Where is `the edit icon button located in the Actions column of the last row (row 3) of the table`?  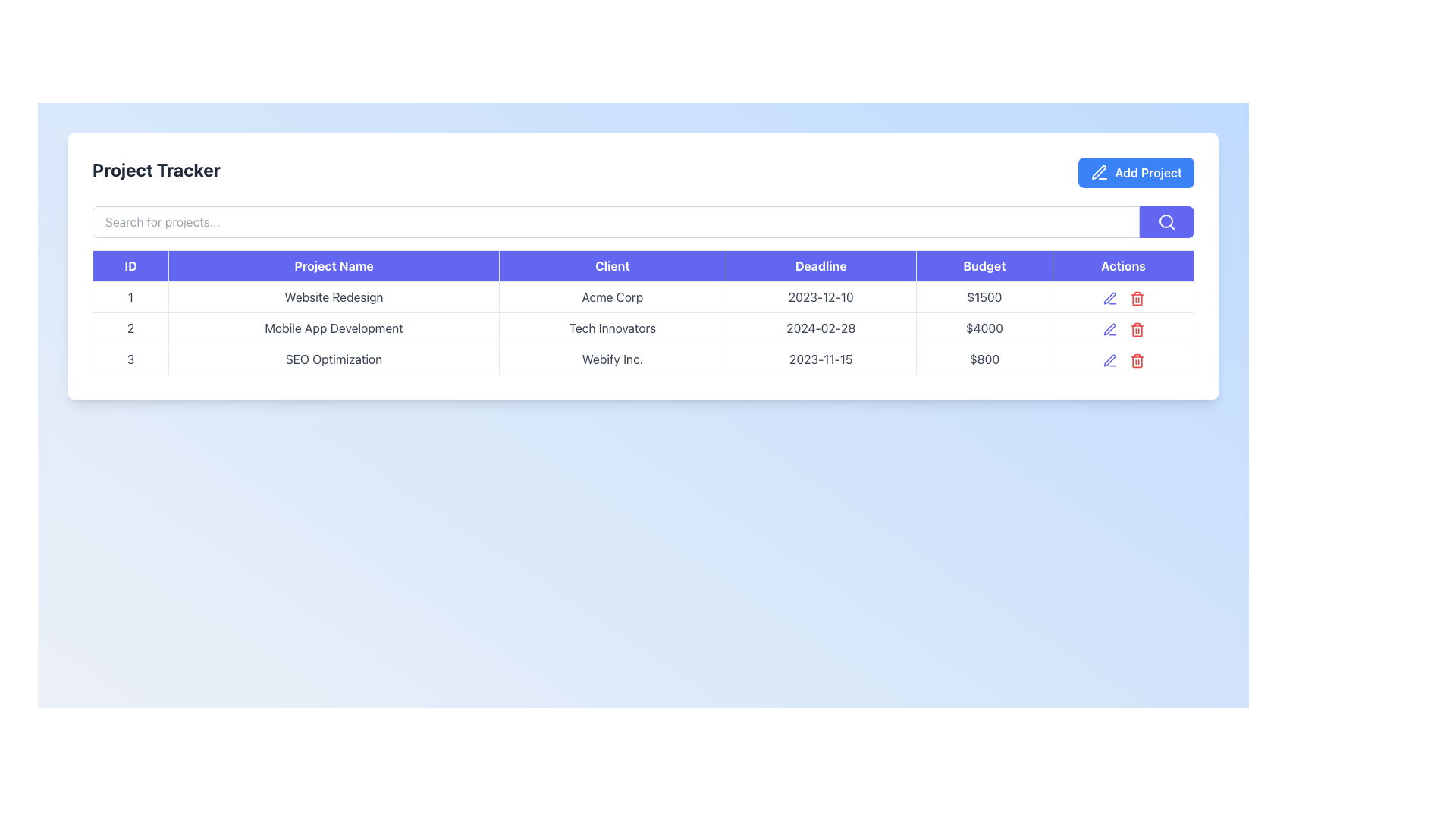 the edit icon button located in the Actions column of the last row (row 3) of the table is located at coordinates (1109, 360).